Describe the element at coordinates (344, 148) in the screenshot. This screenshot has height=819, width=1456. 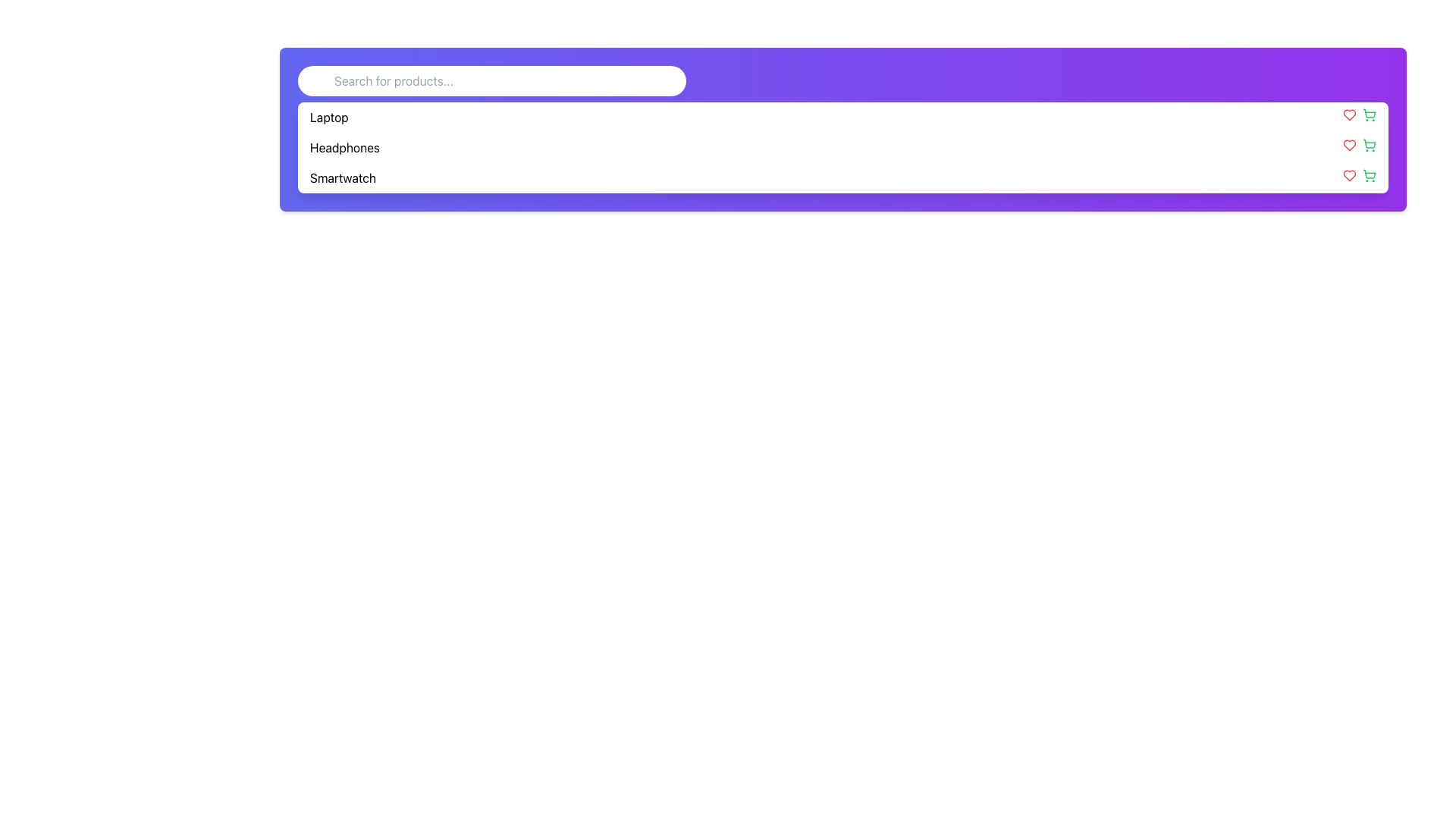
I see `the second item labeled 'Headphones' in the vertical menu` at that location.